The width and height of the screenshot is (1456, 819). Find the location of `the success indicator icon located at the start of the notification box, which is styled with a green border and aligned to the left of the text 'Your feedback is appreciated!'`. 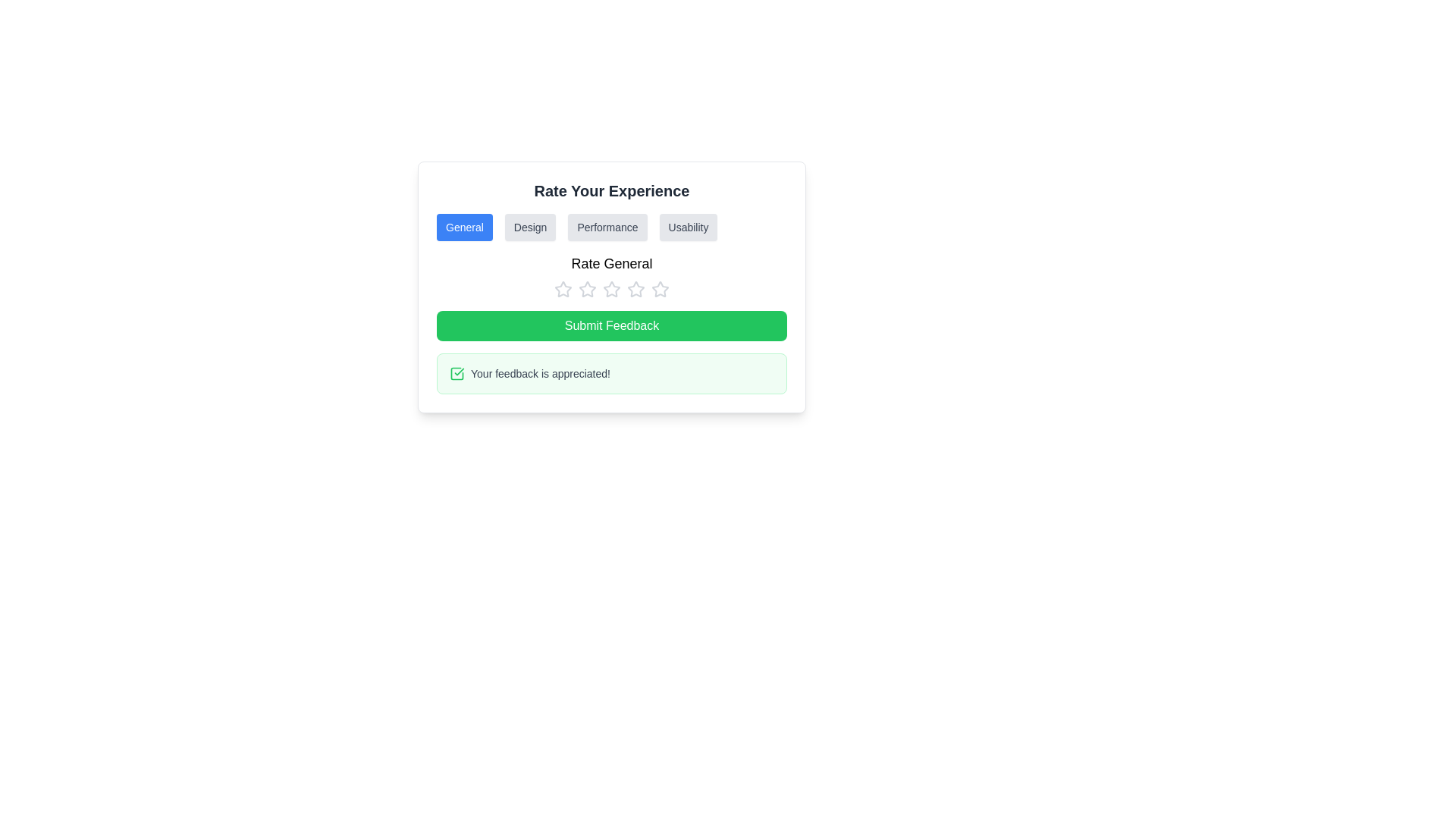

the success indicator icon located at the start of the notification box, which is styled with a green border and aligned to the left of the text 'Your feedback is appreciated!' is located at coordinates (457, 374).